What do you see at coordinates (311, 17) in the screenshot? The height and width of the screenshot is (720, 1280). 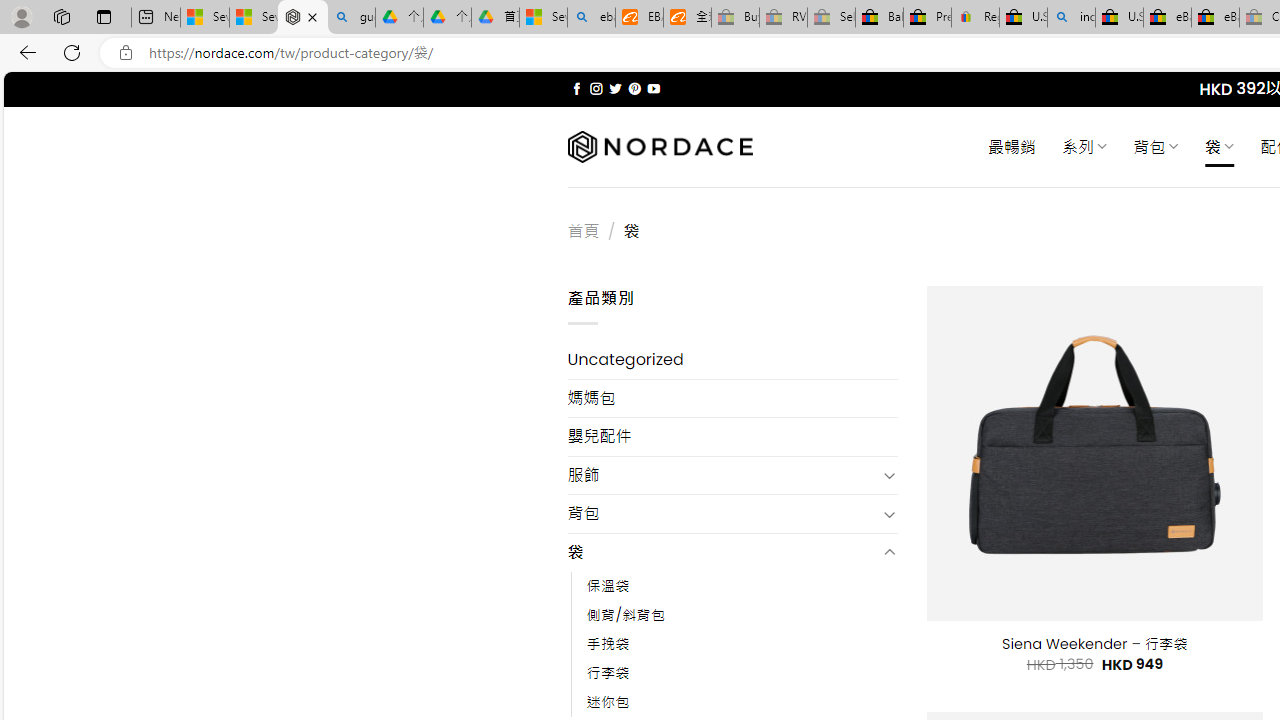 I see `'Close tab'` at bounding box center [311, 17].